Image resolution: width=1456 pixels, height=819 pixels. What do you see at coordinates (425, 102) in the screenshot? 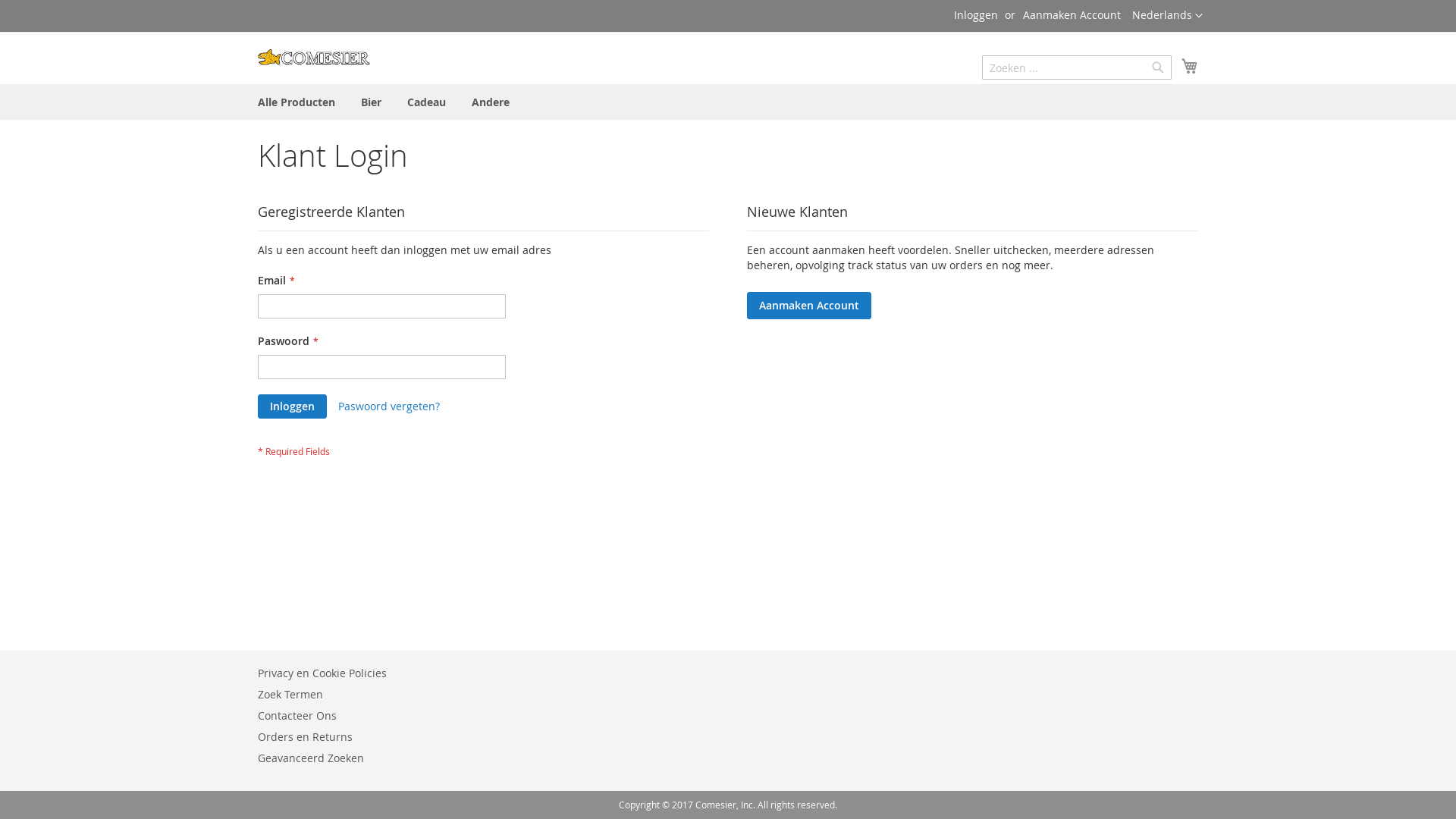
I see `'Cadeau'` at bounding box center [425, 102].